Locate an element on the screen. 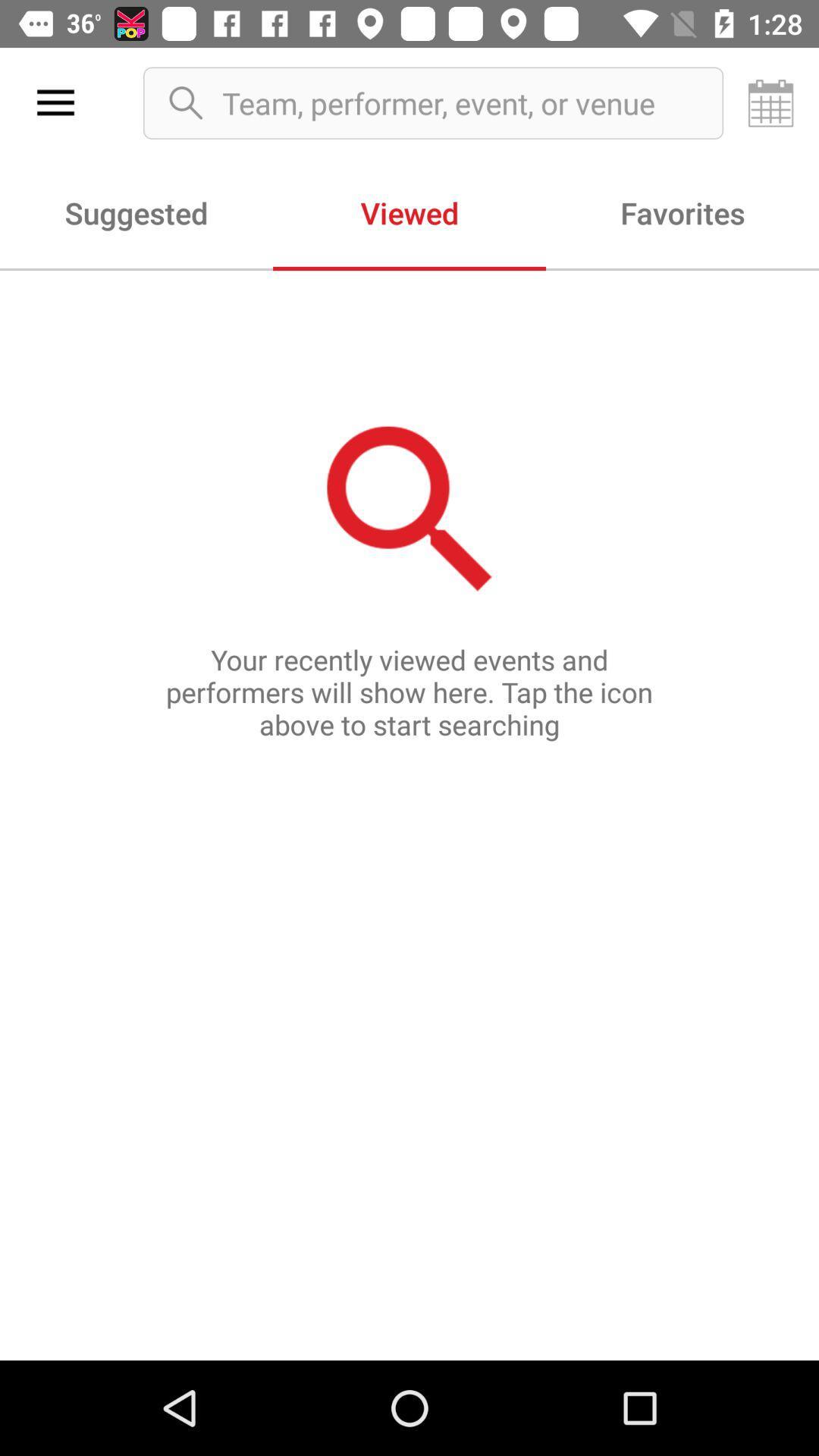 This screenshot has height=1456, width=819. the item next to team performer event icon is located at coordinates (771, 102).